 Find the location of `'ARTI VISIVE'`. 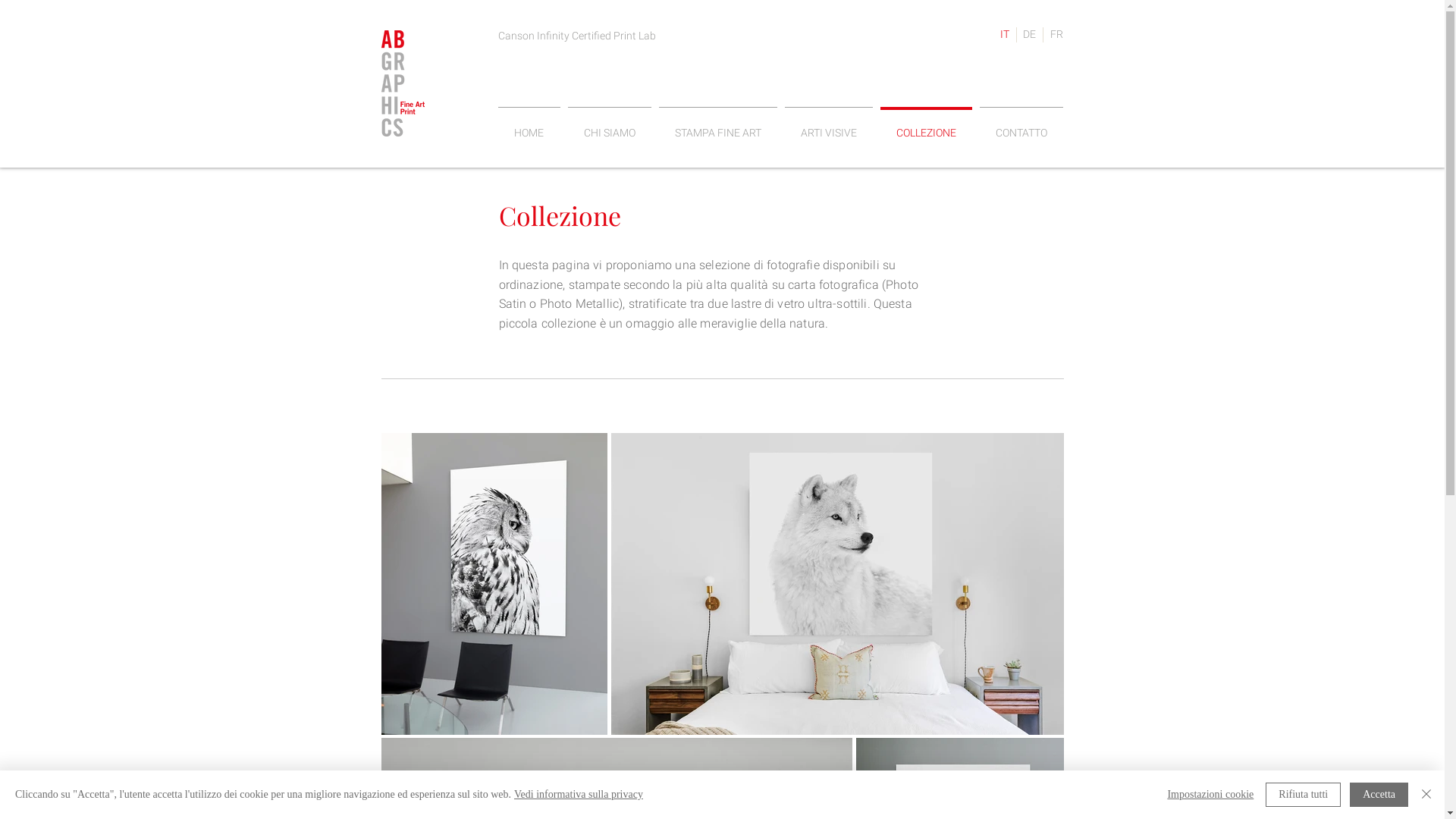

'ARTI VISIVE' is located at coordinates (828, 124).